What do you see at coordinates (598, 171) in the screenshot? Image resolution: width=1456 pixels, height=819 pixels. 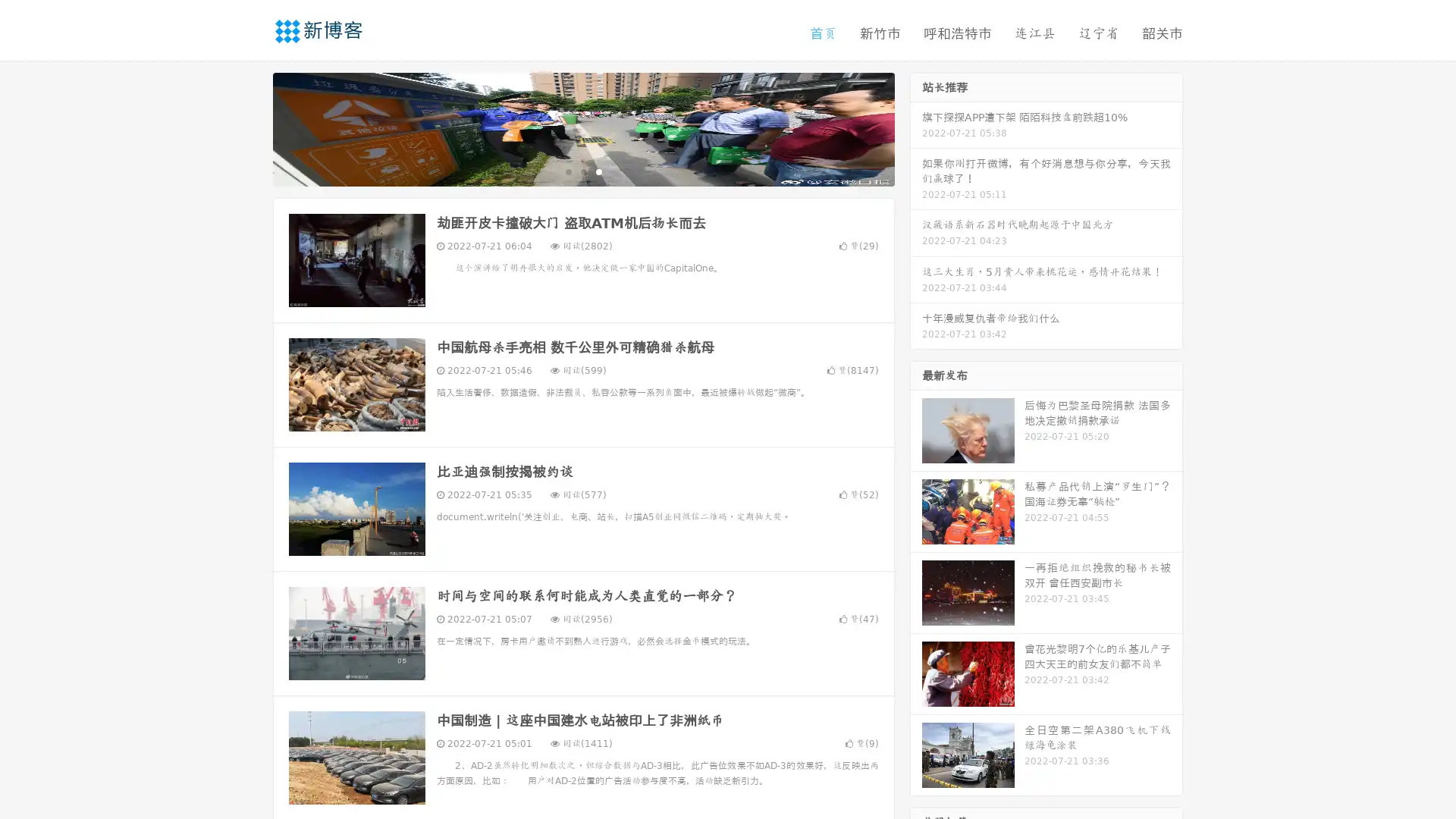 I see `Go to slide 3` at bounding box center [598, 171].